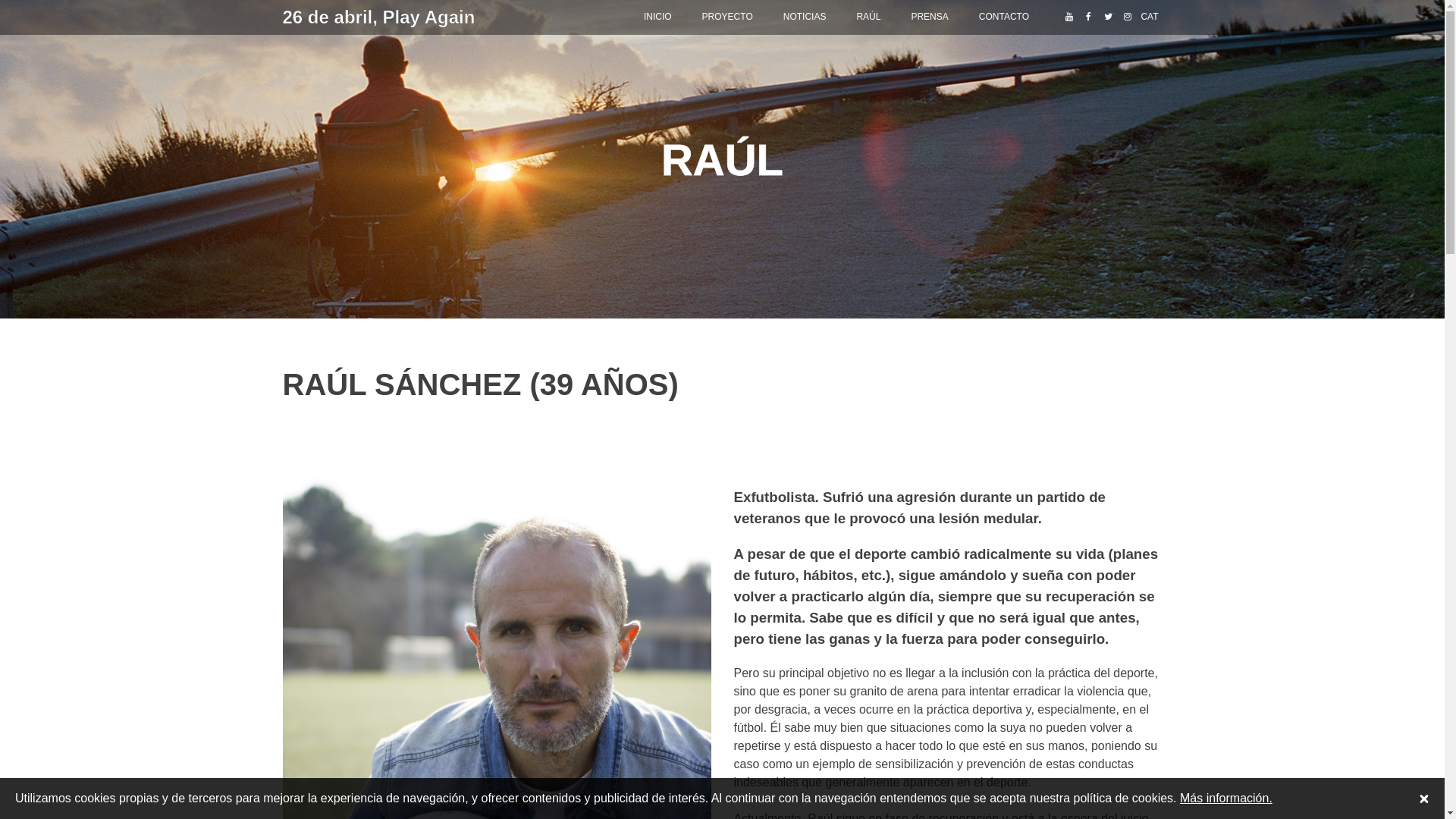 This screenshot has width=1456, height=819. Describe the element at coordinates (1004, 17) in the screenshot. I see `'CONTACTO'` at that location.